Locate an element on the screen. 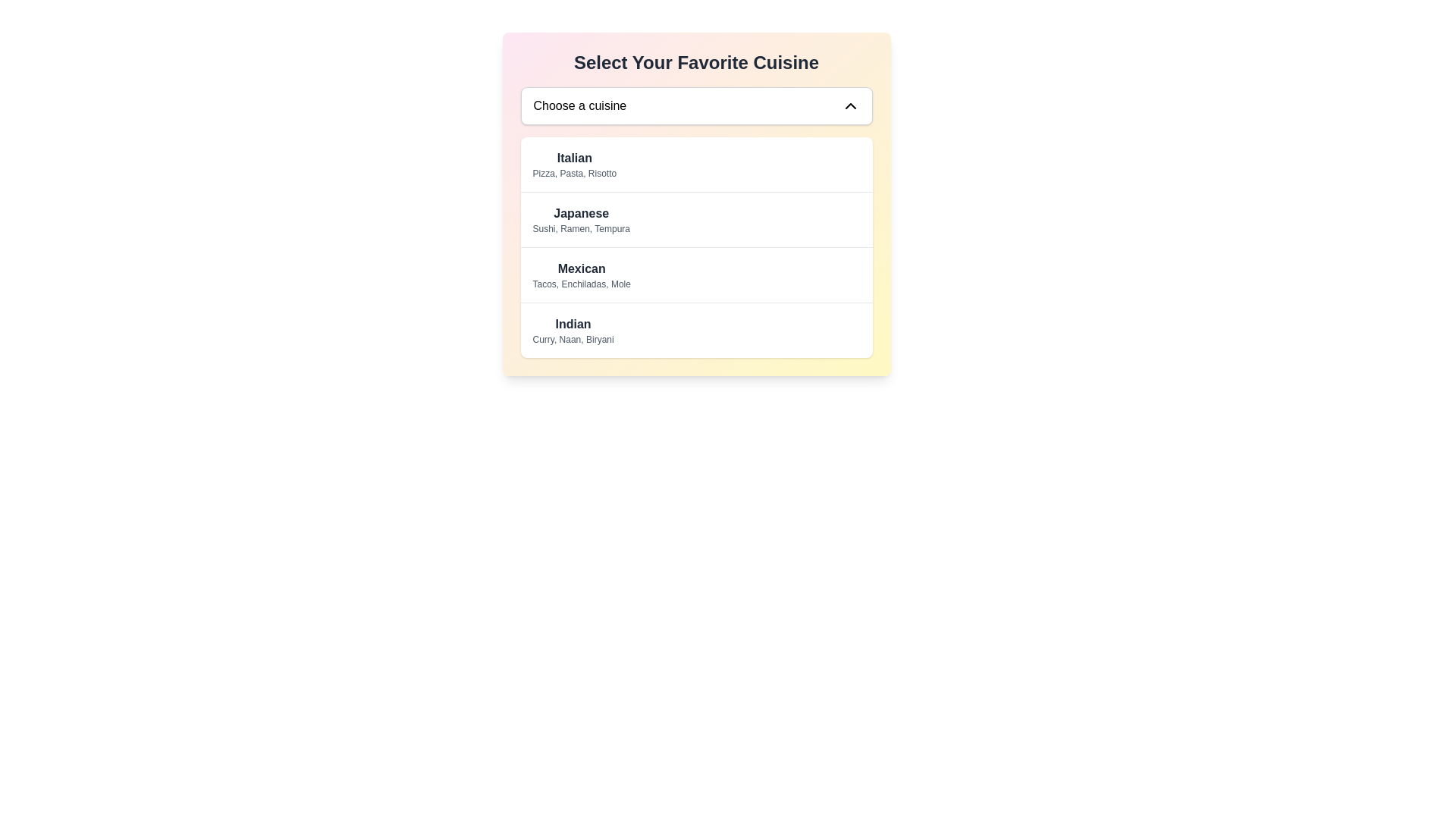  the static text component displaying the title 'Italian' in bold, dark gray color, located at the top of the dropdown menu directly below the 'Choose a cuisine' input field is located at coordinates (573, 164).